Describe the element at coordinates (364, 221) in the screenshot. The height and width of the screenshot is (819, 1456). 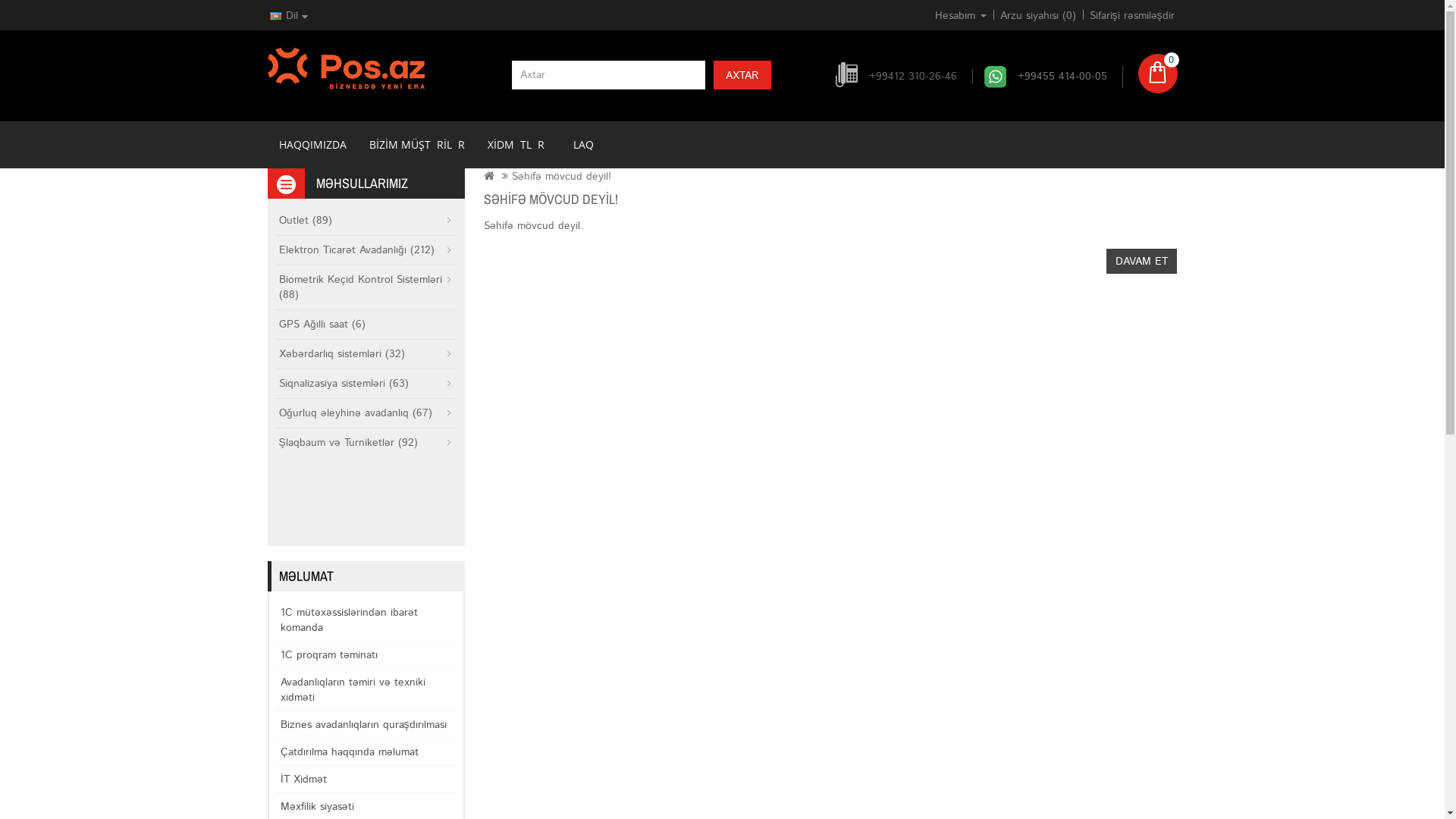
I see `'Outlet (89)'` at that location.